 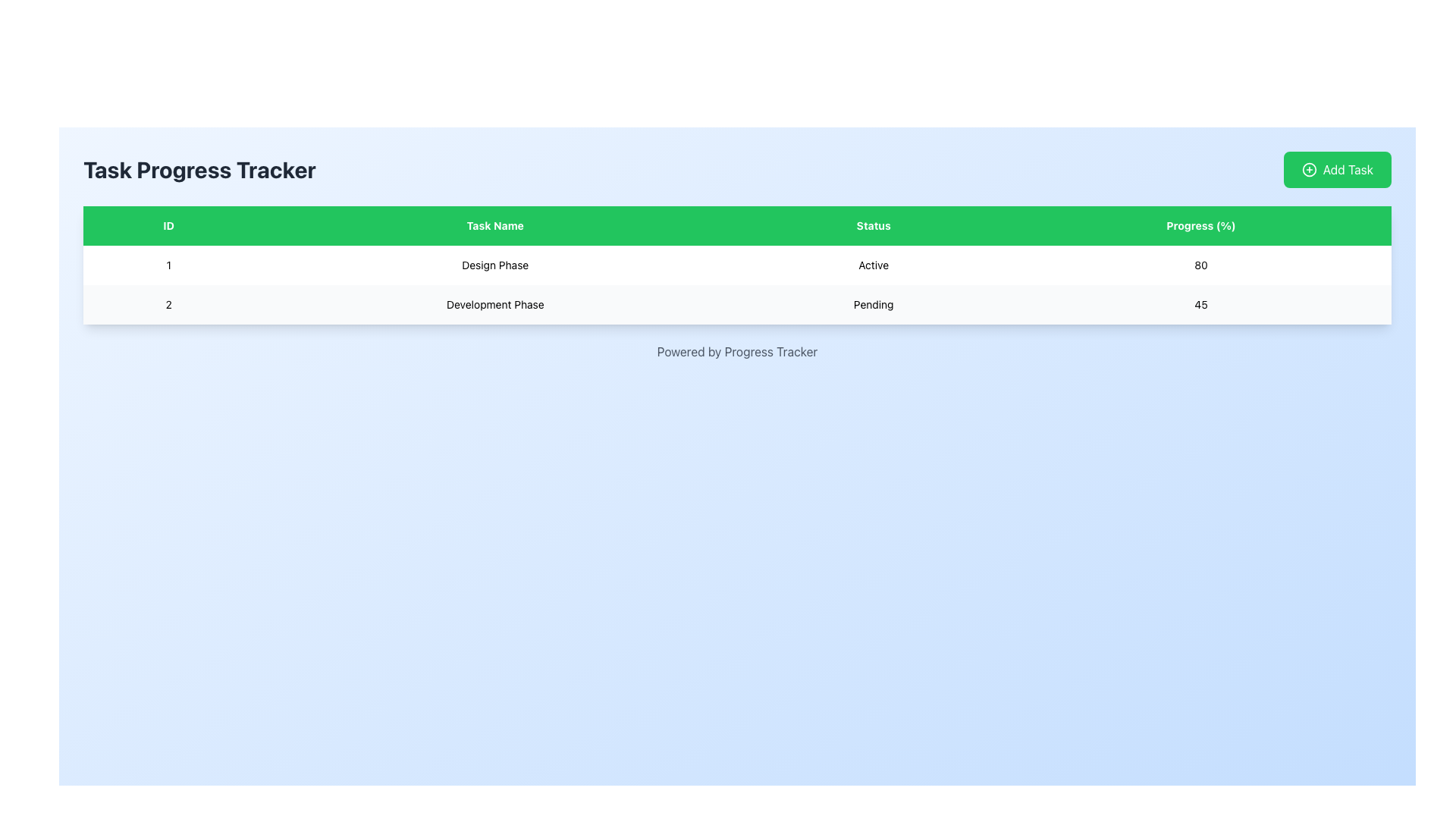 What do you see at coordinates (199, 169) in the screenshot?
I see `the text label displaying 'Task Progress Tracker', which is styled in bold, large dark gray font and is positioned at the top left of the interface` at bounding box center [199, 169].